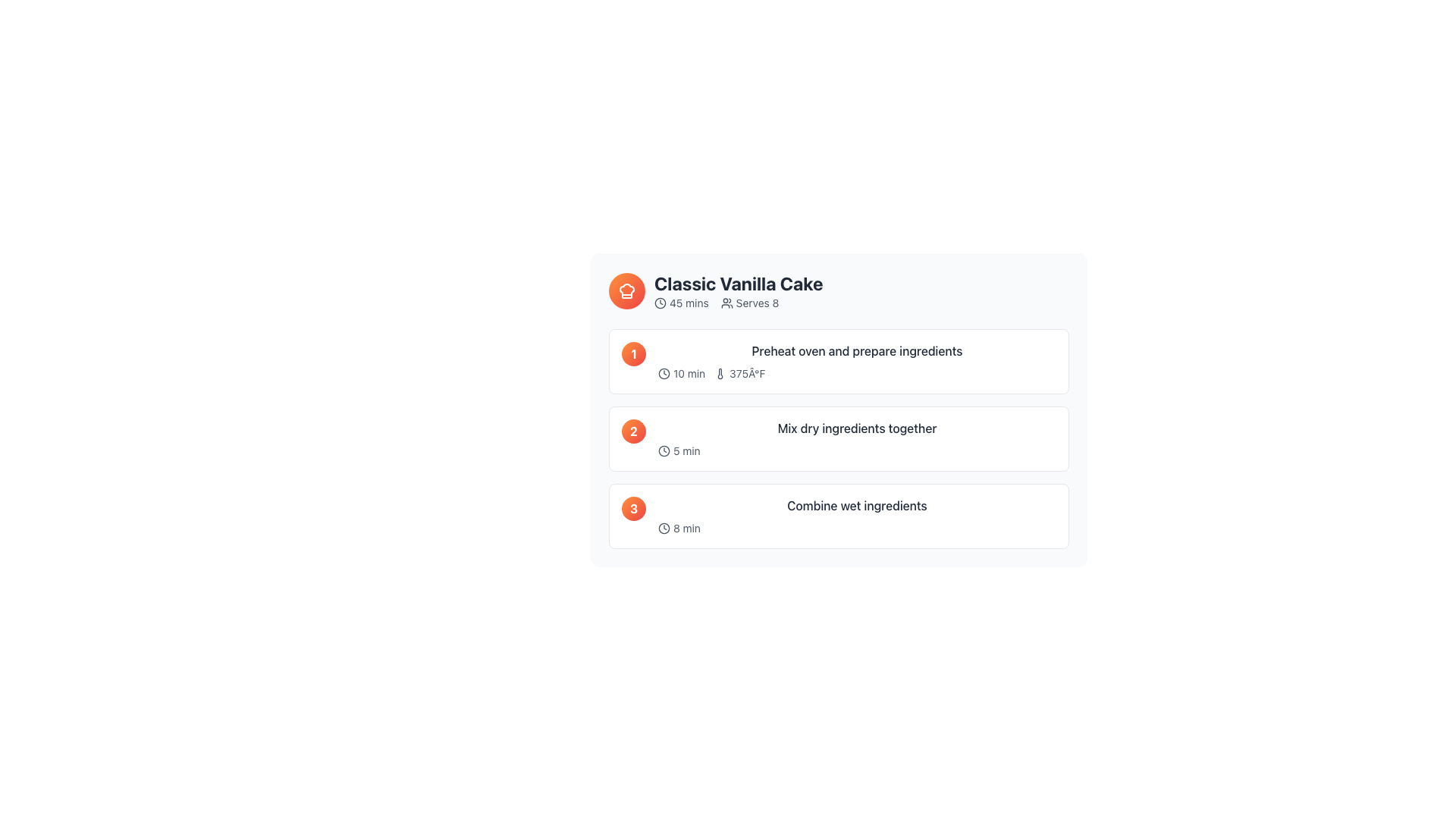 The height and width of the screenshot is (819, 1456). I want to click on the clock icon, which is a minimalistic clock representation located to the left of the text '5 min' in the second step row, so click(664, 450).